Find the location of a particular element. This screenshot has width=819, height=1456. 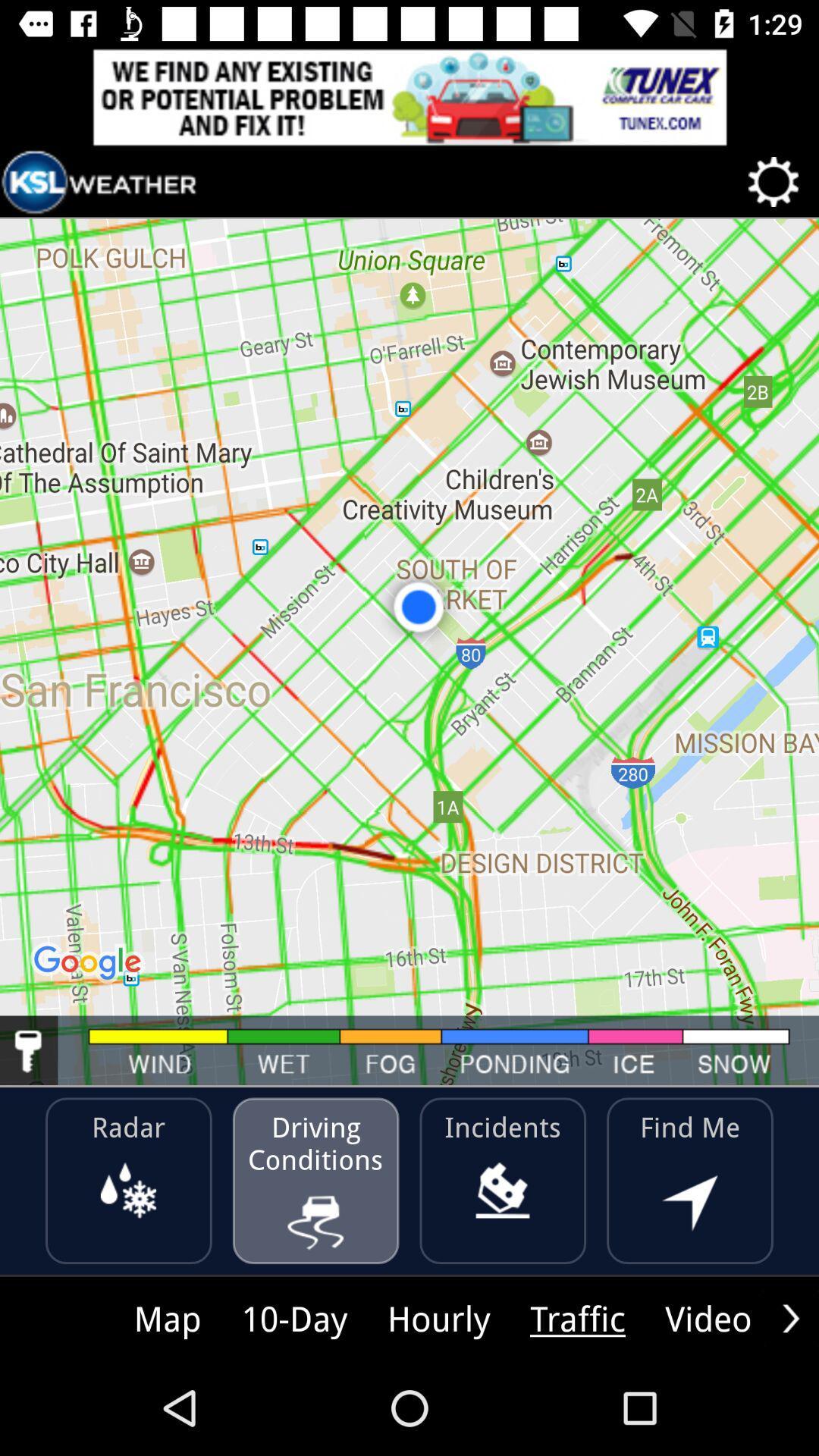

open advertisement is located at coordinates (409, 96).